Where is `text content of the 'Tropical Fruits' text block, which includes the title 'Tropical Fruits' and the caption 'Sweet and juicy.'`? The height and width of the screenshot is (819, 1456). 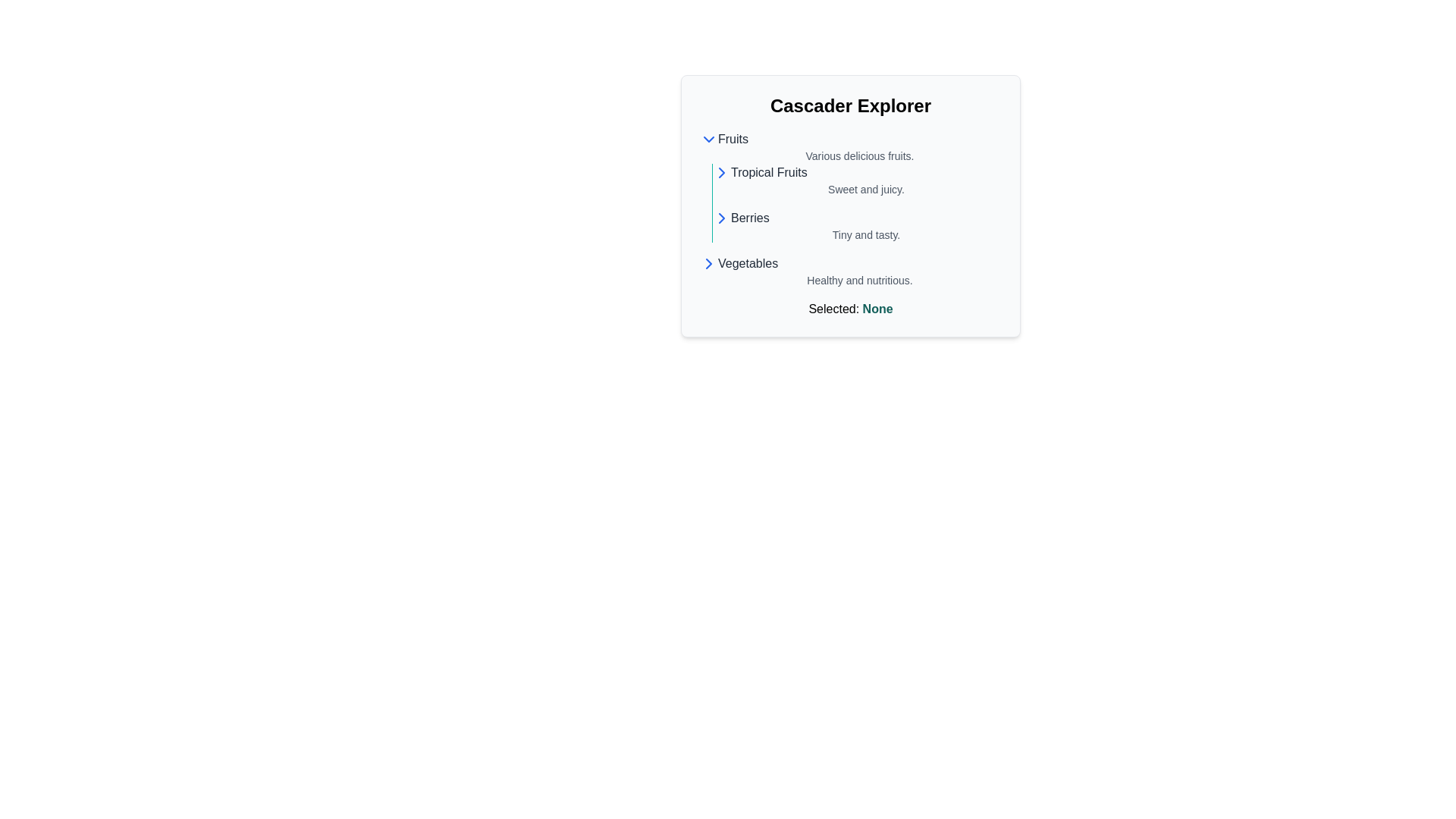 text content of the 'Tropical Fruits' text block, which includes the title 'Tropical Fruits' and the caption 'Sweet and juicy.' is located at coordinates (857, 180).